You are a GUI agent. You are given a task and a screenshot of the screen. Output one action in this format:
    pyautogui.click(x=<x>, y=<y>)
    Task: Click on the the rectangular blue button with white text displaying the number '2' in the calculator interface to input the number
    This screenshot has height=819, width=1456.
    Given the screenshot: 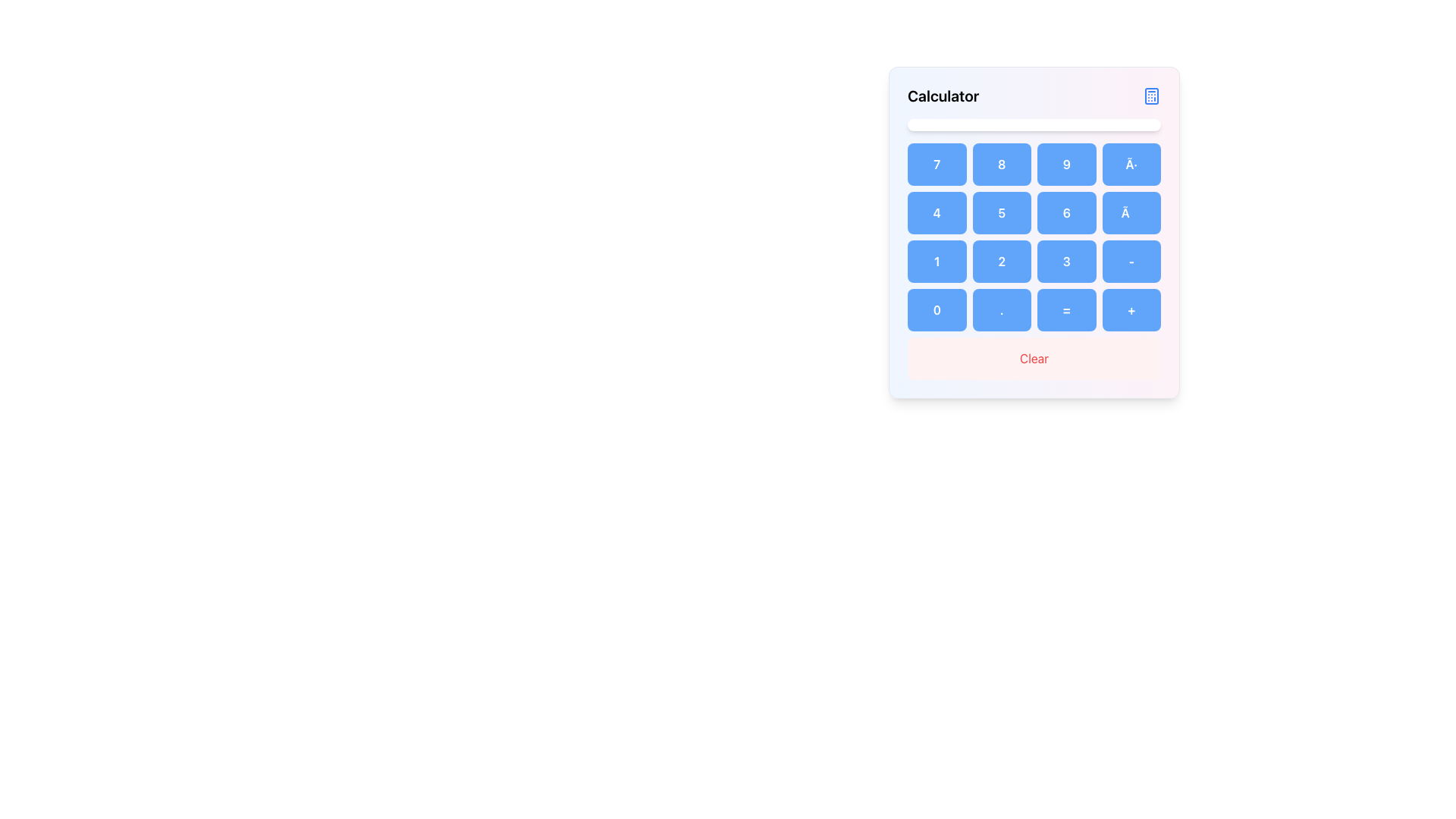 What is the action you would take?
    pyautogui.click(x=1002, y=260)
    